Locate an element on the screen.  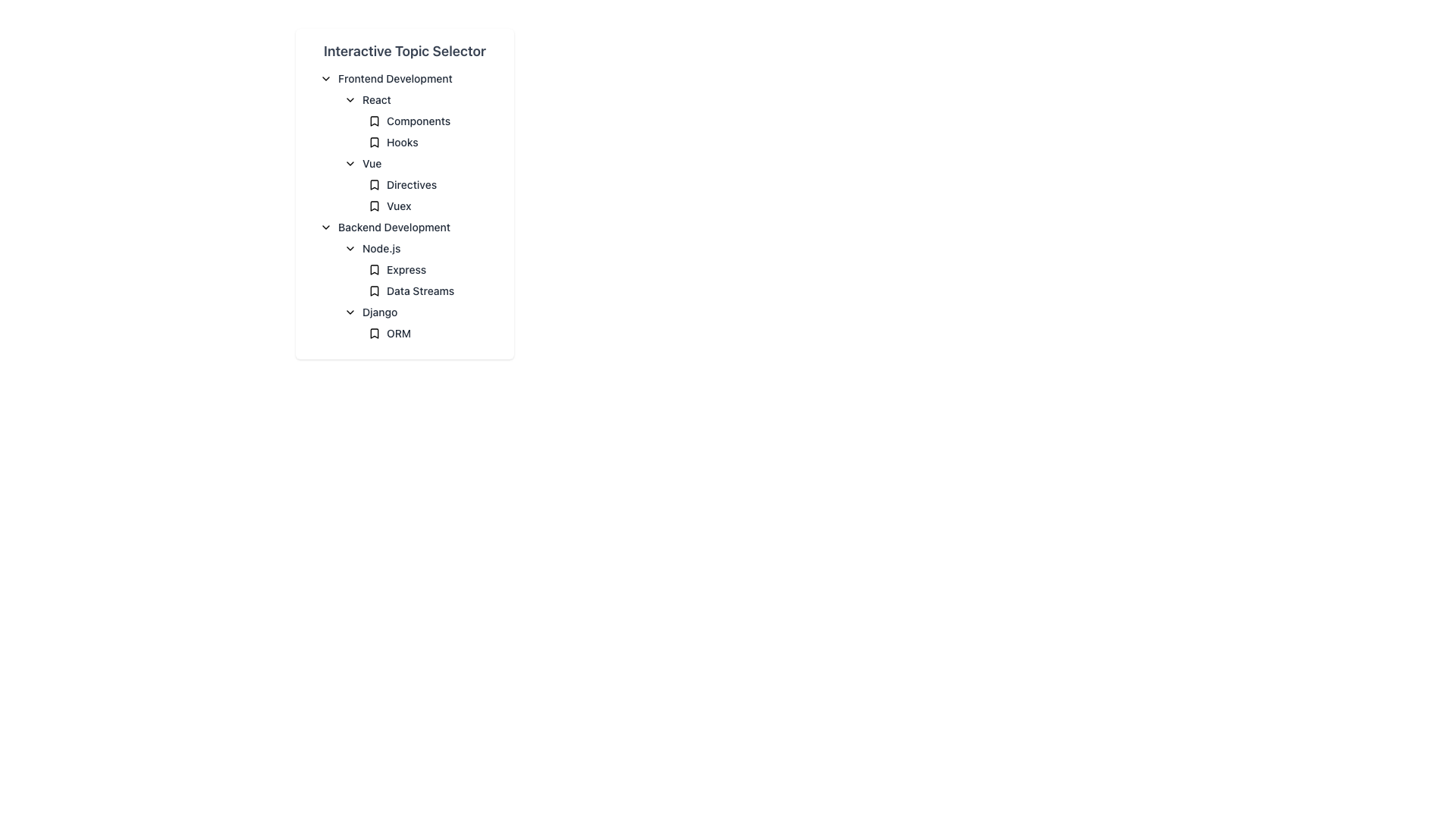
the 'Data Streams' list item with icon within the 'Node.js' subsection of the 'Backend Development' category is located at coordinates (417, 291).